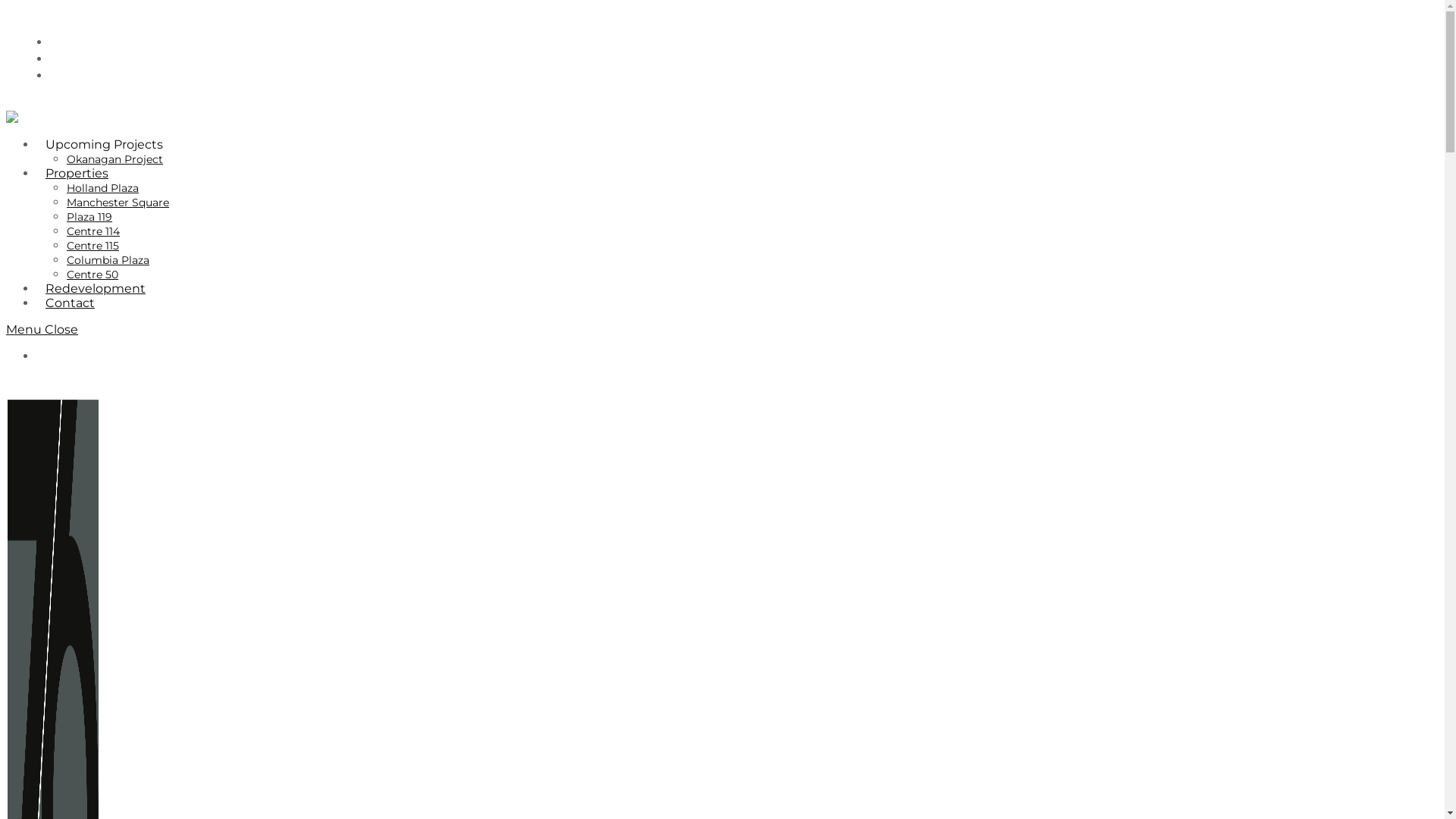 This screenshot has width=1456, height=819. What do you see at coordinates (77, 356) in the screenshot?
I see `'780-705-8676'` at bounding box center [77, 356].